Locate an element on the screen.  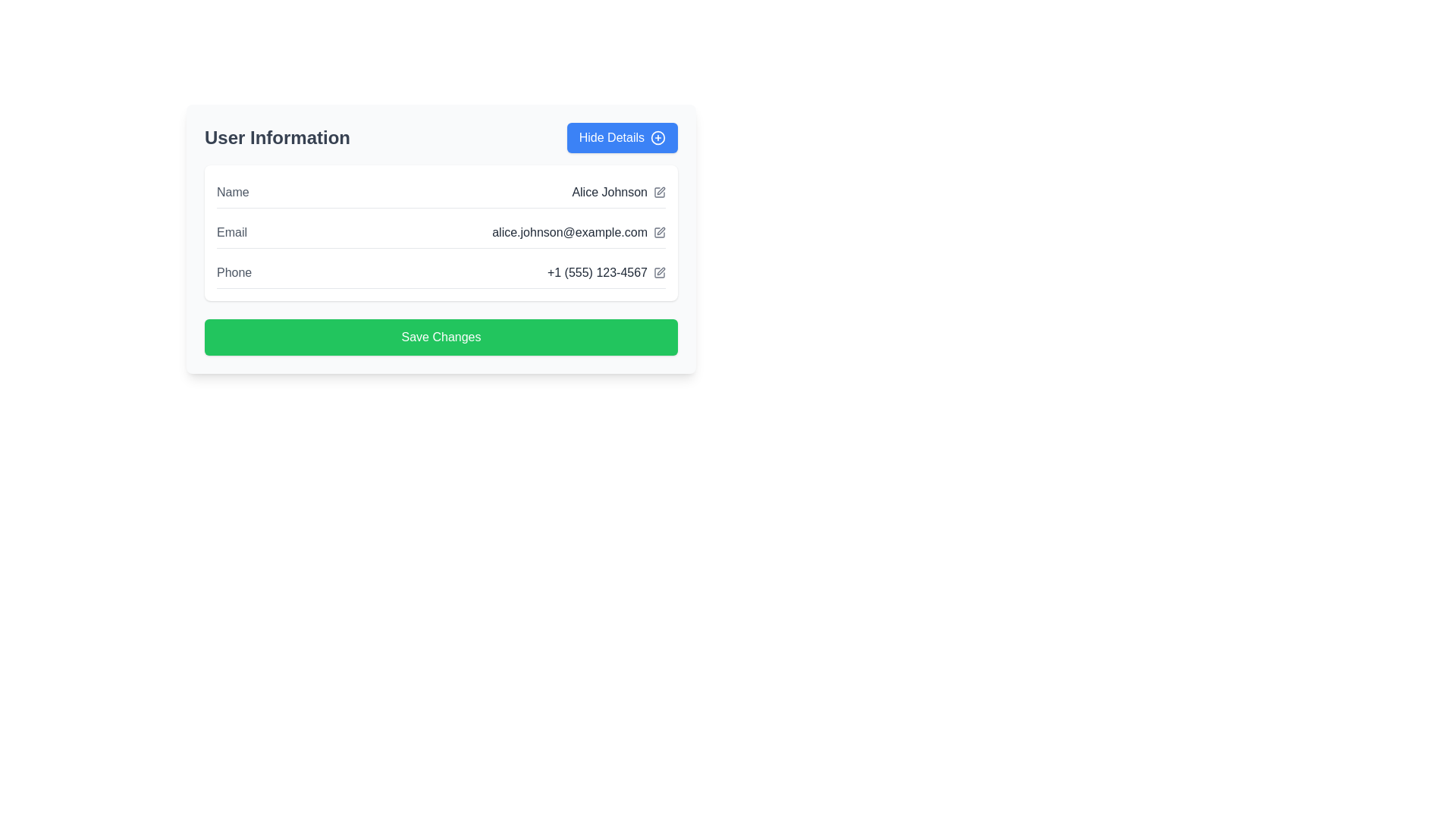
the graphical icon located in the top-right portion of the application layout, near the 'Phone' text field, to access the associated feature is located at coordinates (659, 271).